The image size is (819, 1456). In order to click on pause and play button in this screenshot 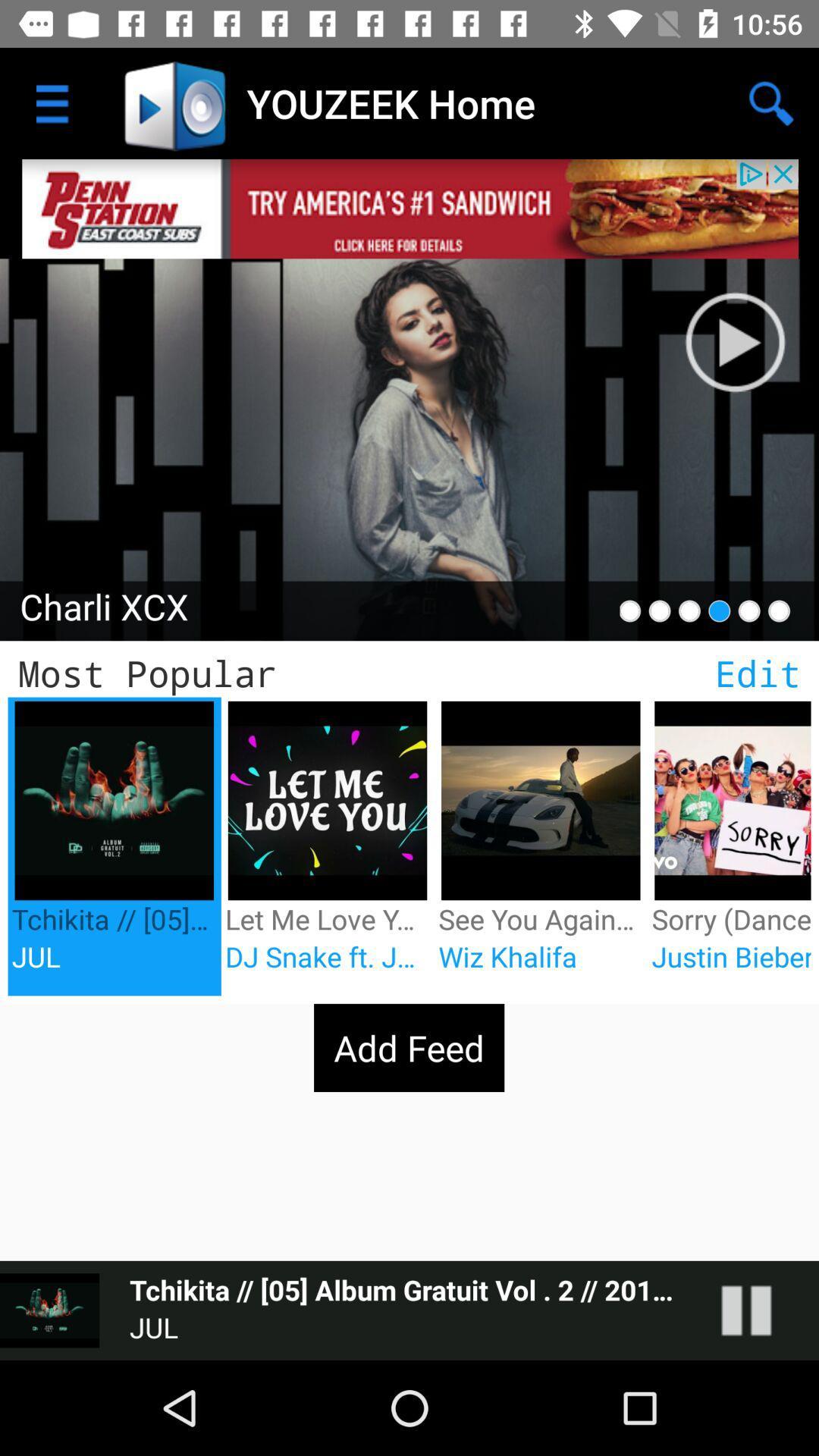, I will do `click(761, 1310)`.